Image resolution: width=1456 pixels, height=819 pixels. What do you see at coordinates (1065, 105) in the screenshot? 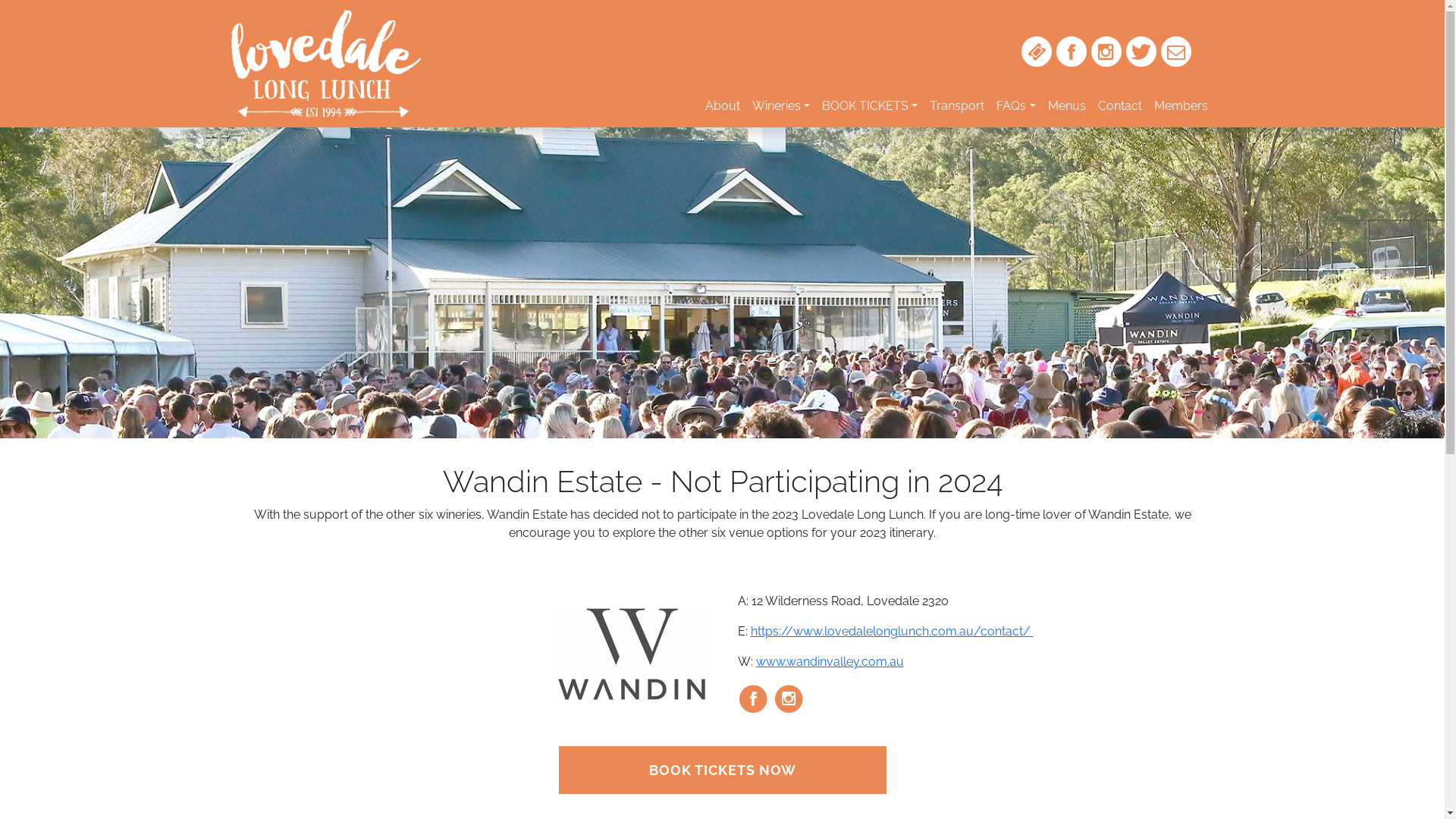
I see `'Menus'` at bounding box center [1065, 105].